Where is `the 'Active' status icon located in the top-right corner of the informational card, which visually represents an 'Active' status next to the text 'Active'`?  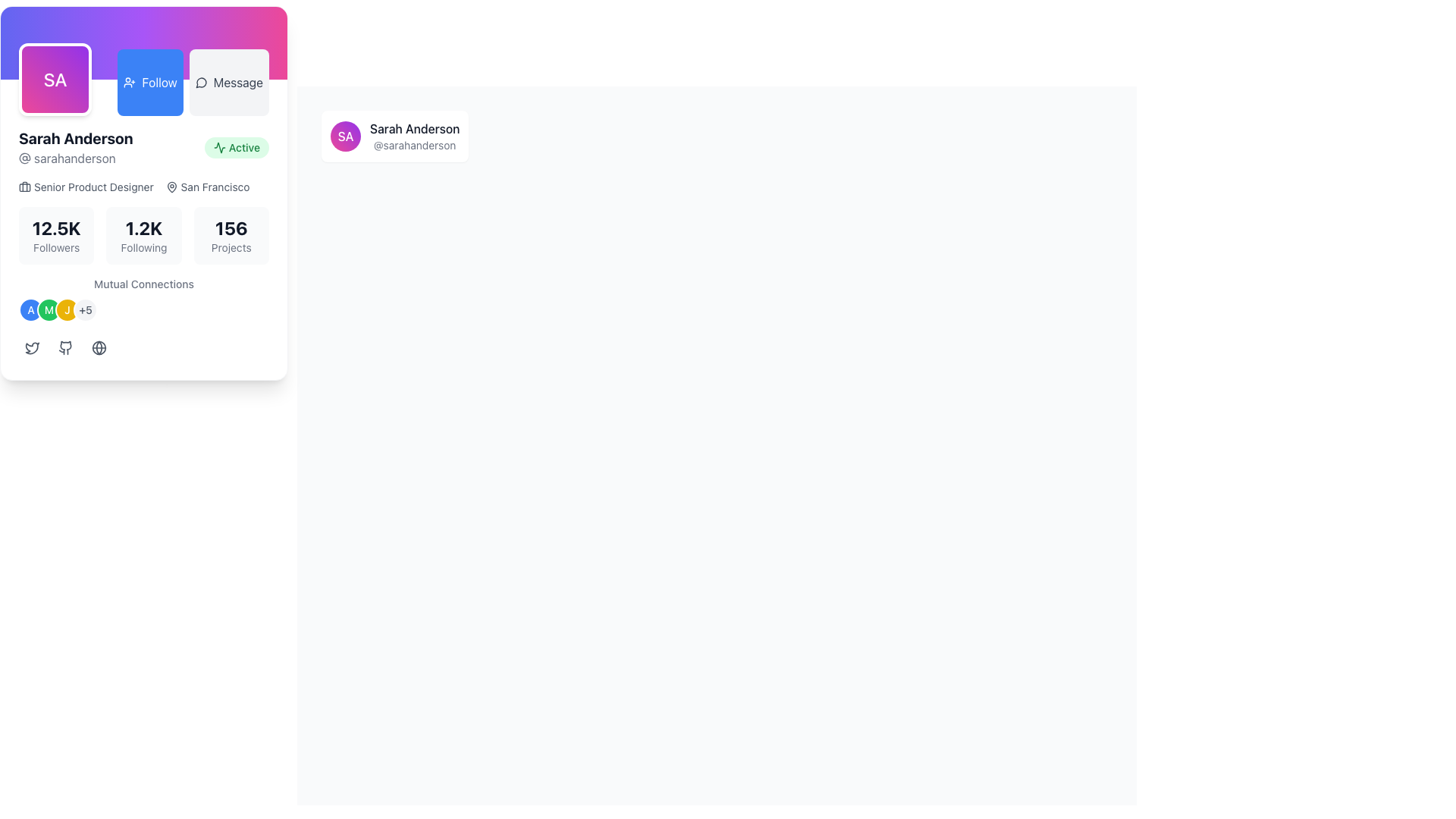 the 'Active' status icon located in the top-right corner of the informational card, which visually represents an 'Active' status next to the text 'Active' is located at coordinates (218, 148).